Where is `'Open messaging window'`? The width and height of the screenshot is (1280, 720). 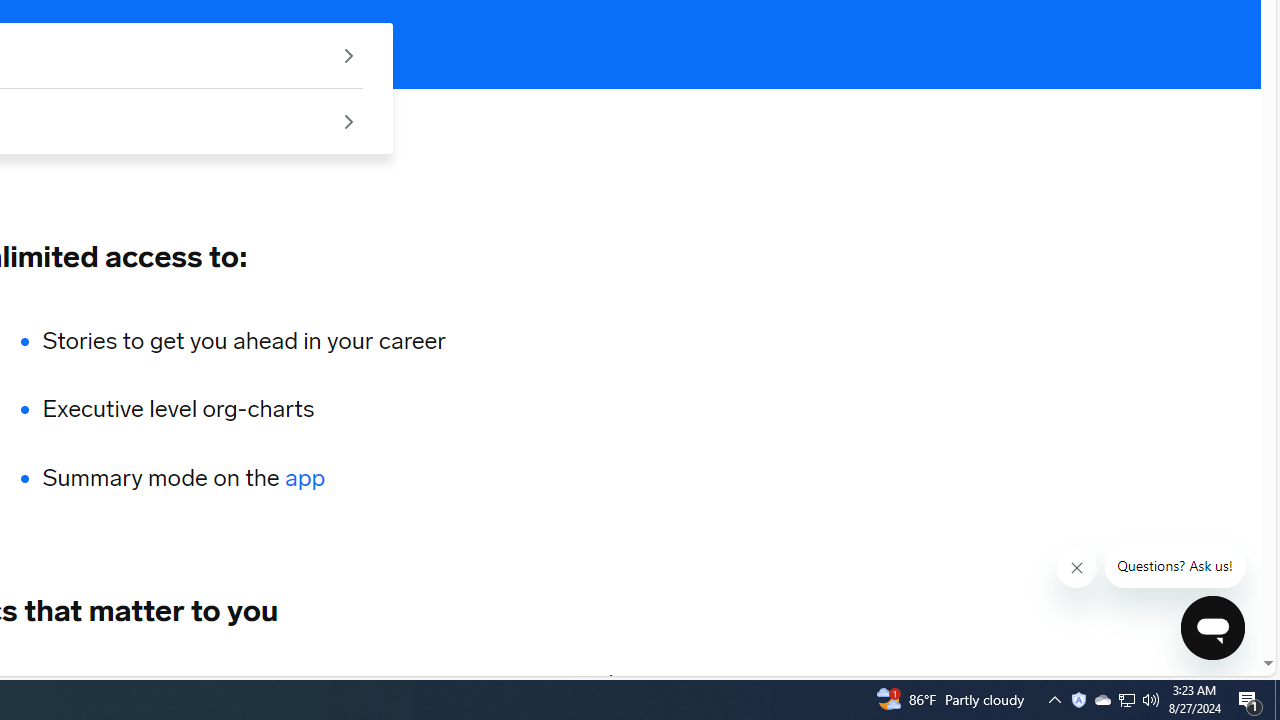
'Open messaging window' is located at coordinates (1212, 627).